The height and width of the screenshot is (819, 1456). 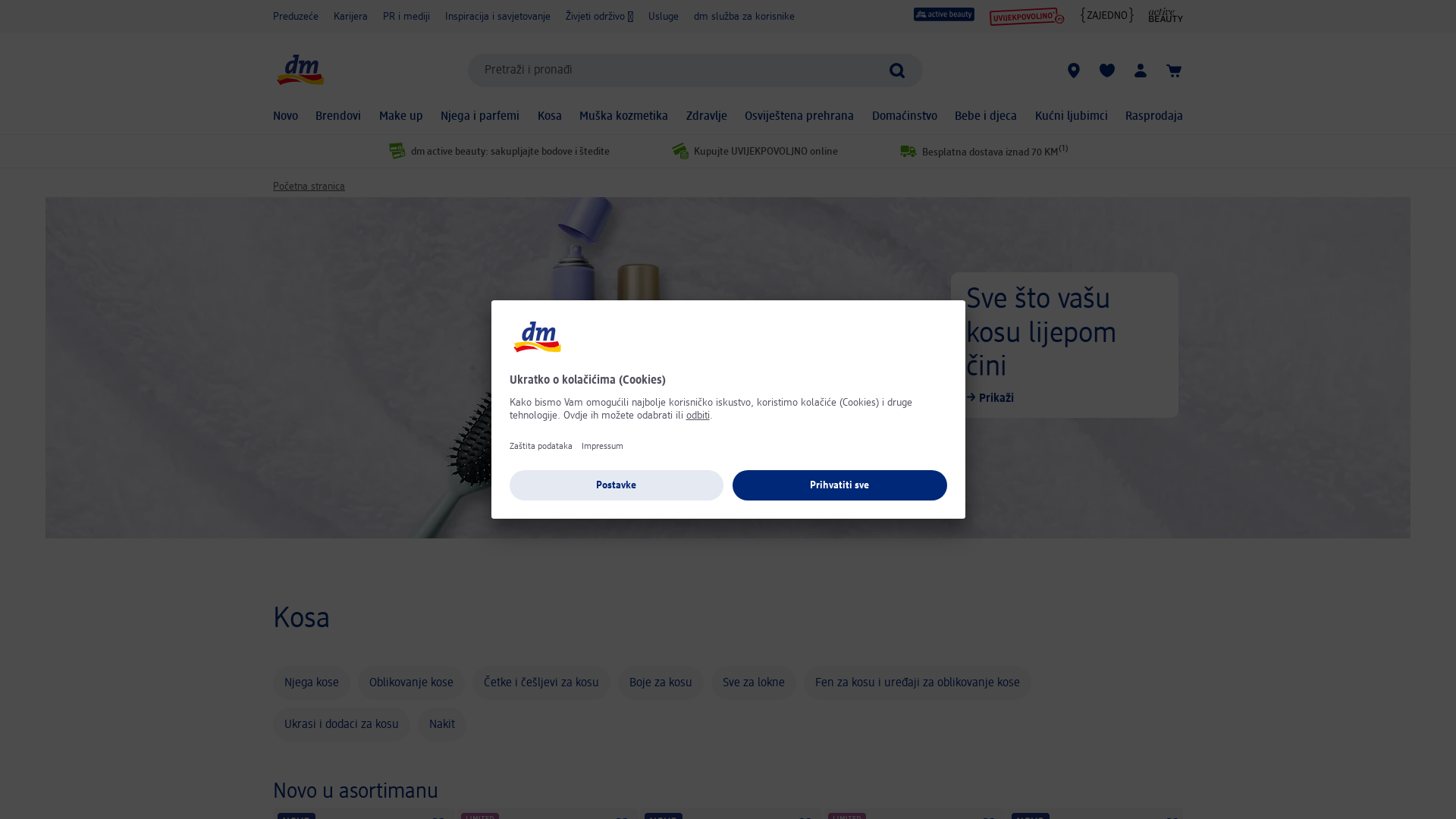 I want to click on 'Sve za lokne', so click(x=747, y=682).